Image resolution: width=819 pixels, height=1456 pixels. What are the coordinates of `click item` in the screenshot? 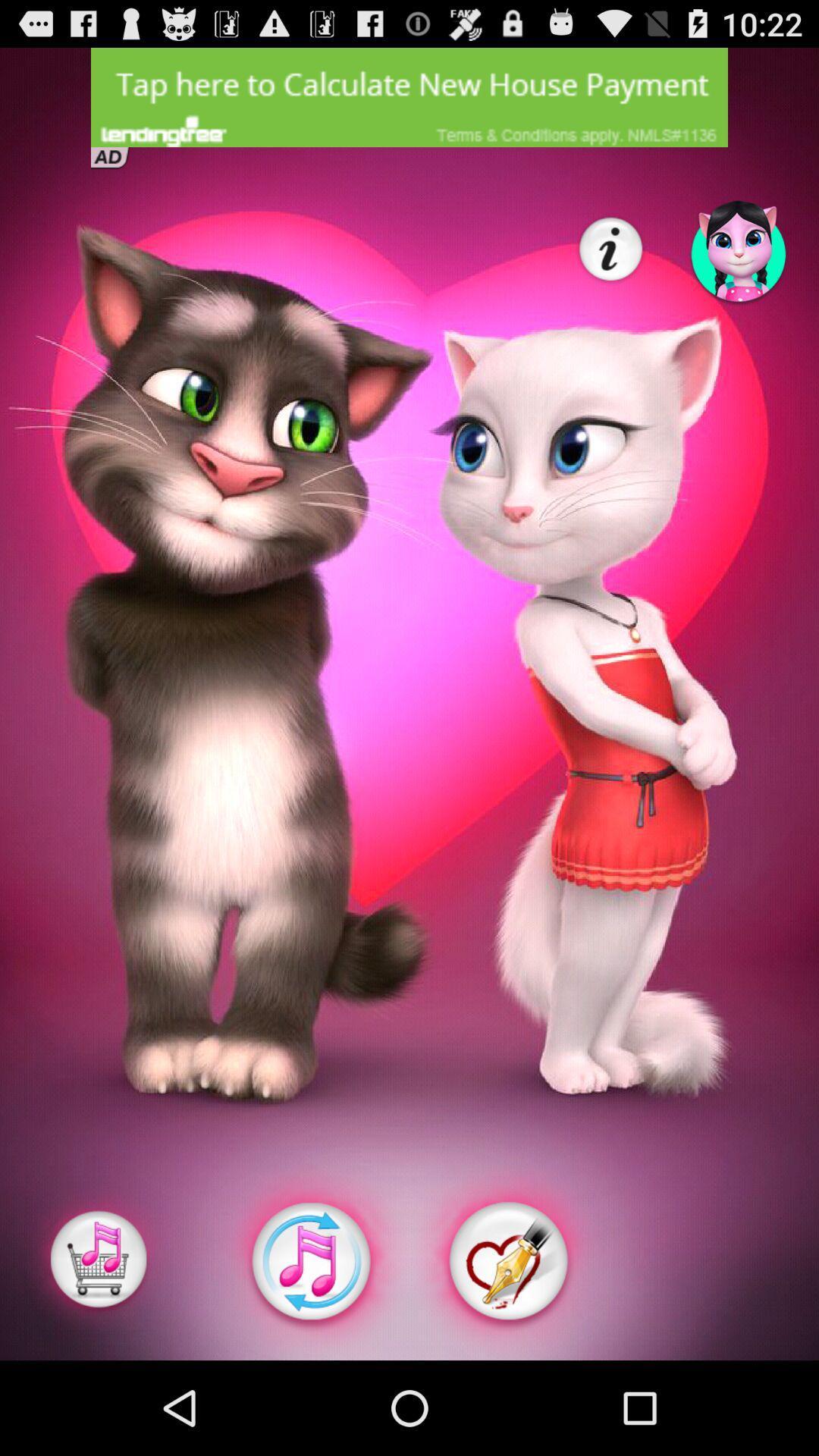 It's located at (99, 1261).